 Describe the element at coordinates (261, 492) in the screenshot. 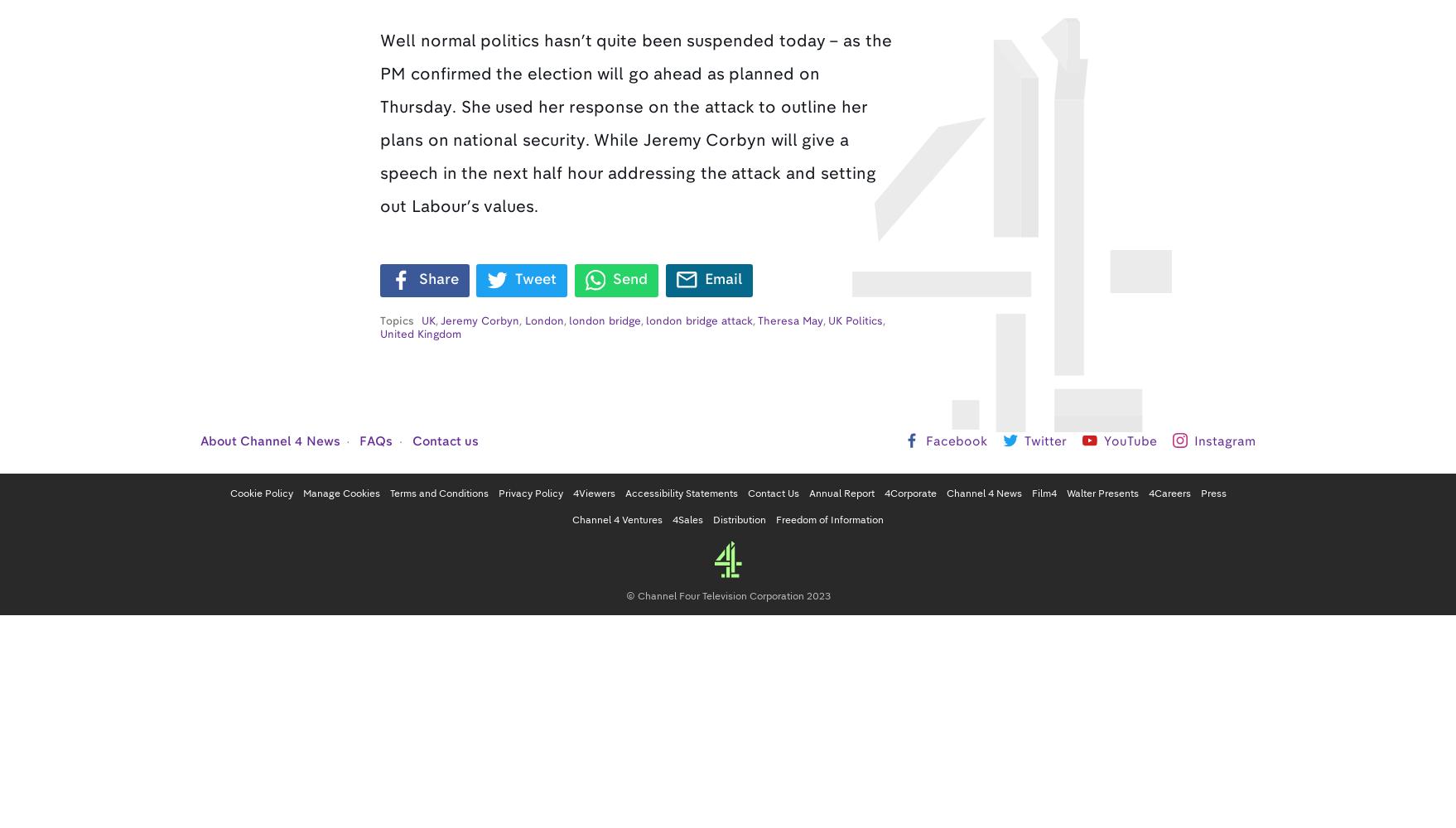

I see `'Cookie Policy'` at that location.